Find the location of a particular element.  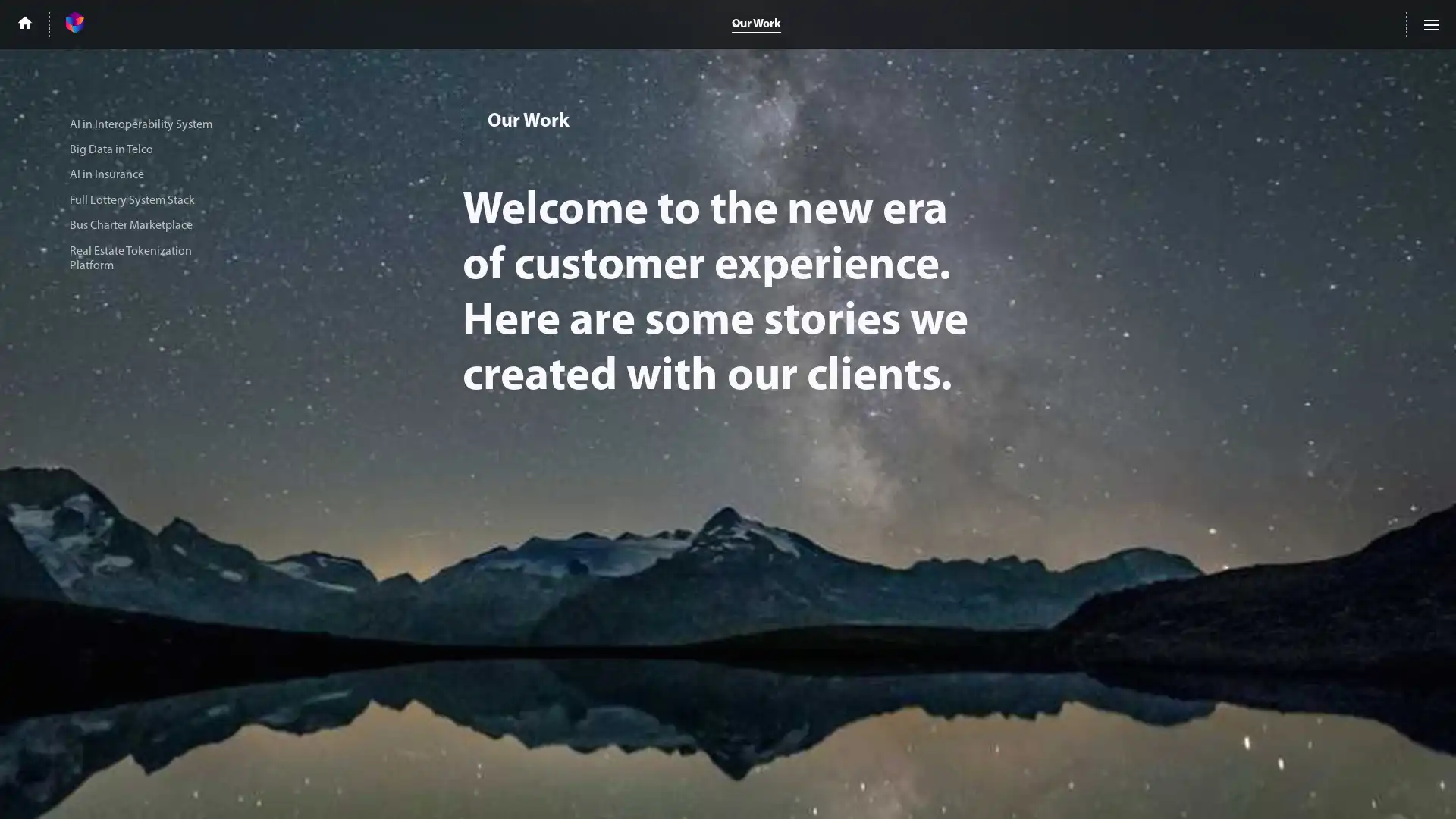

ACCEPT COOKIES is located at coordinates (1245, 786).